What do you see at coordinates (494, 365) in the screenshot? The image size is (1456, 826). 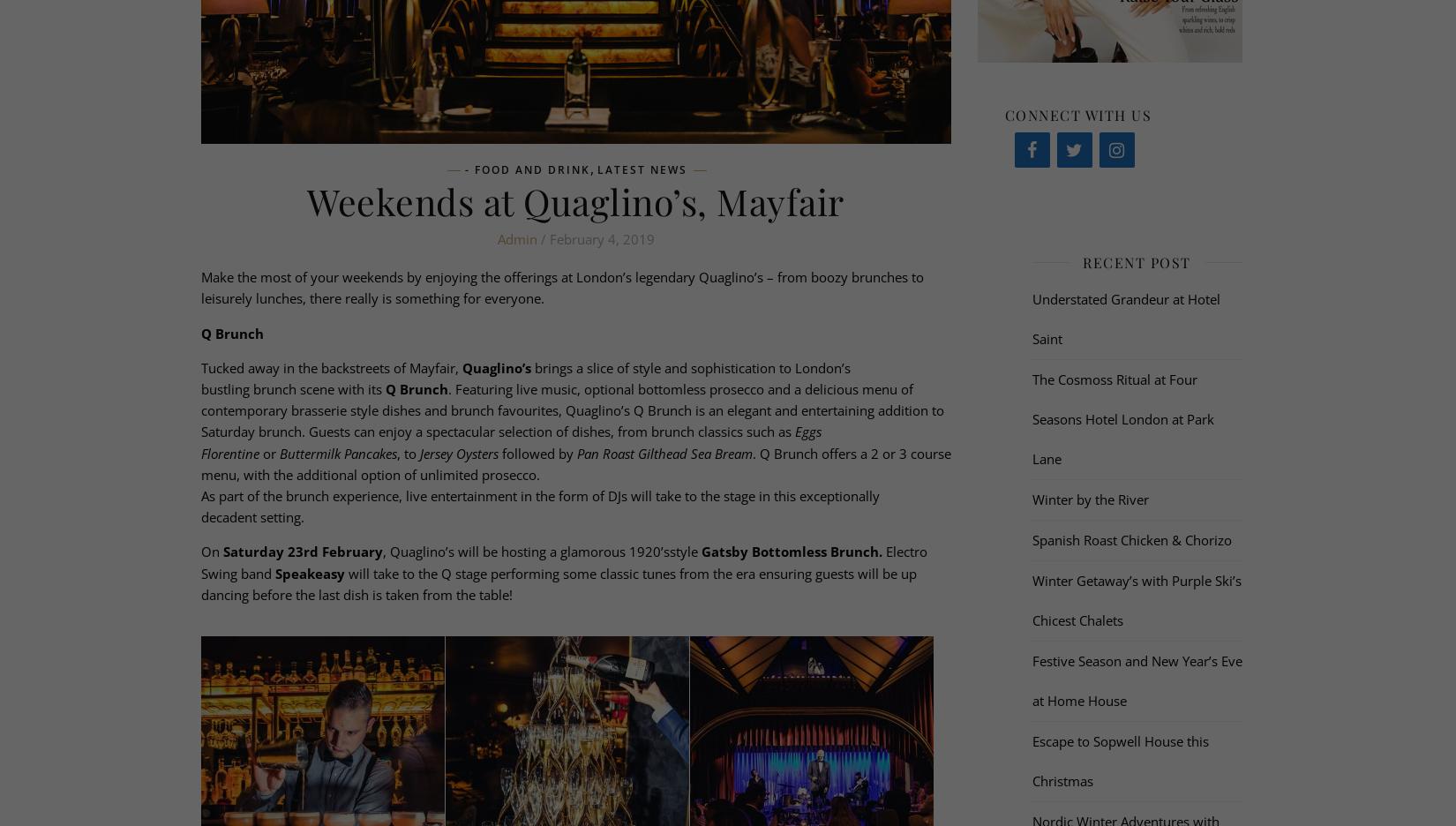 I see `'Quaglino’s'` at bounding box center [494, 365].